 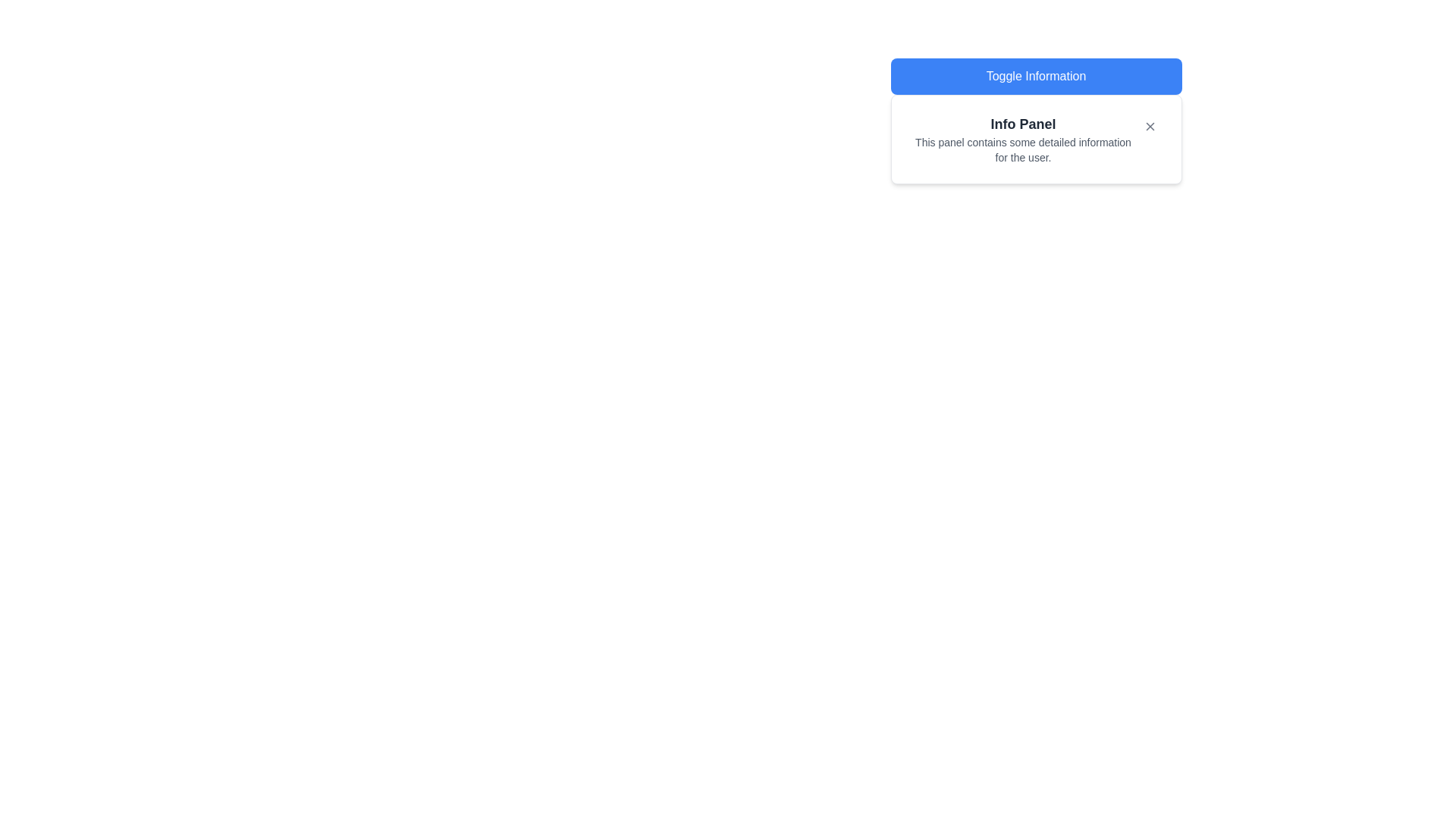 What do you see at coordinates (1035, 140) in the screenshot?
I see `the text block labeled 'Info Panel' that contains descriptive text about detailed information for the user` at bounding box center [1035, 140].